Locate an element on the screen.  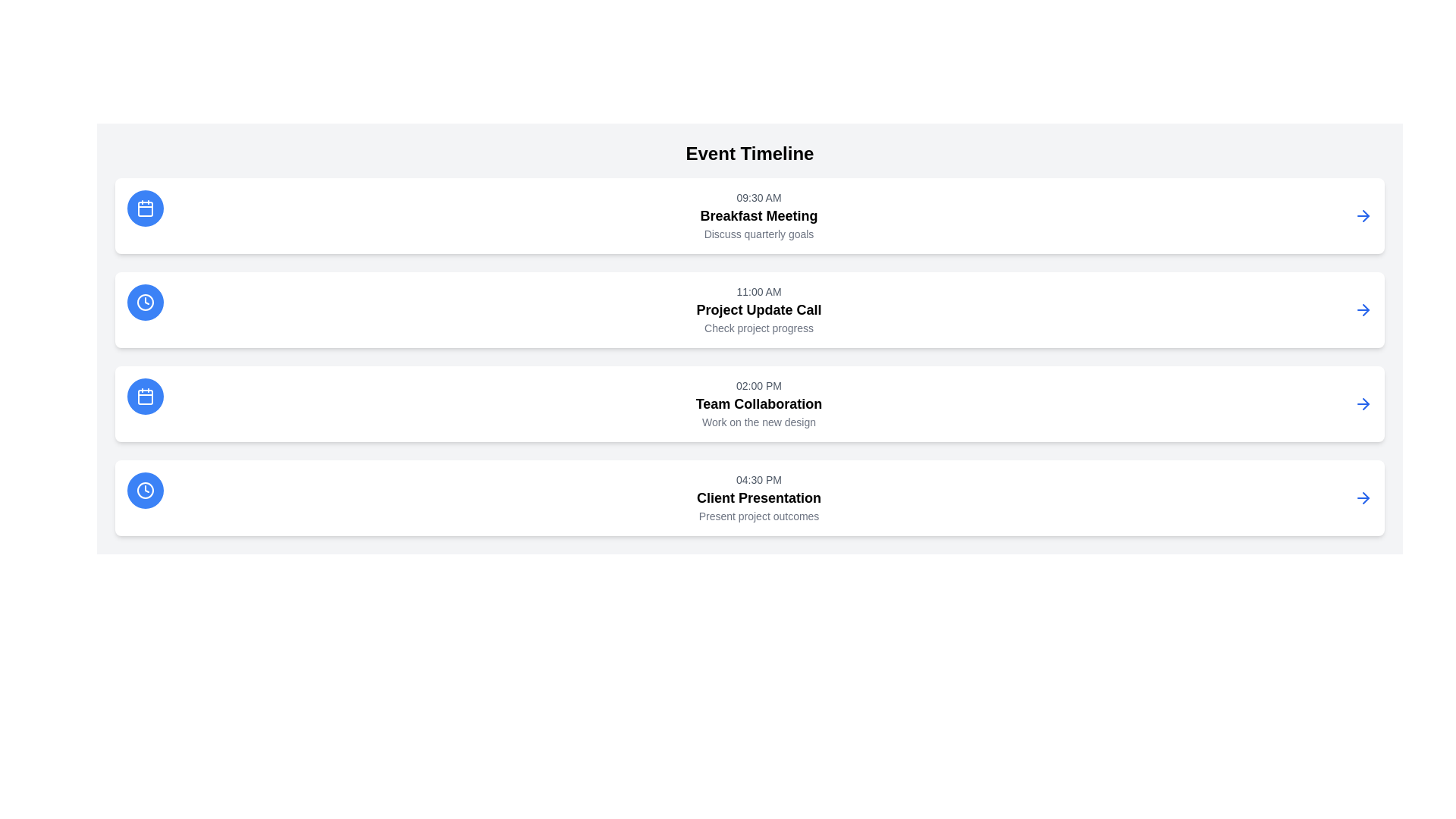
the light gray text displaying '04:30 PM' to copy it, which is located above the heading 'Client Presentation' is located at coordinates (759, 479).